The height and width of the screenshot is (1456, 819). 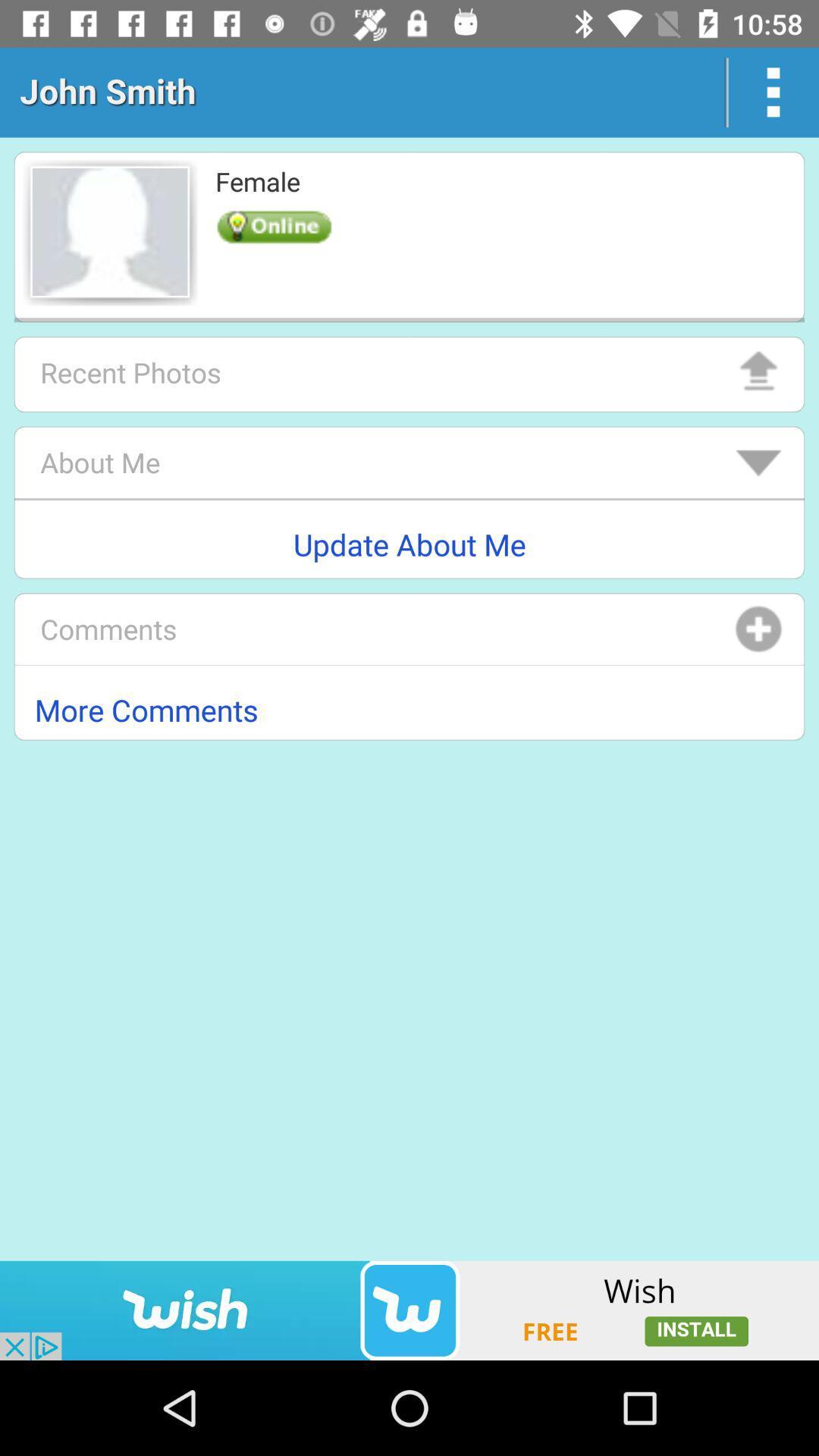 I want to click on the add icon, so click(x=758, y=629).